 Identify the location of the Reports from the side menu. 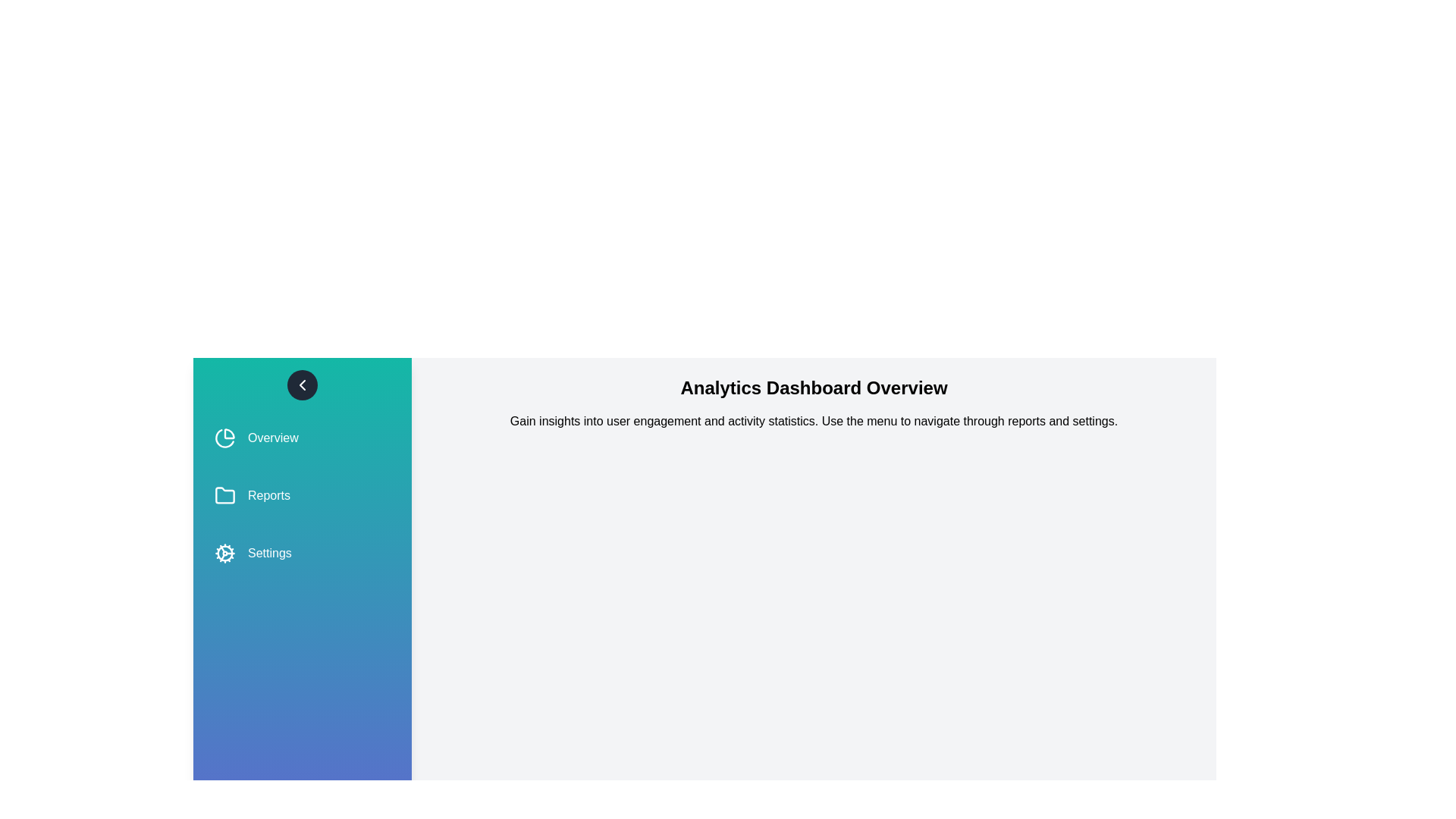
(302, 496).